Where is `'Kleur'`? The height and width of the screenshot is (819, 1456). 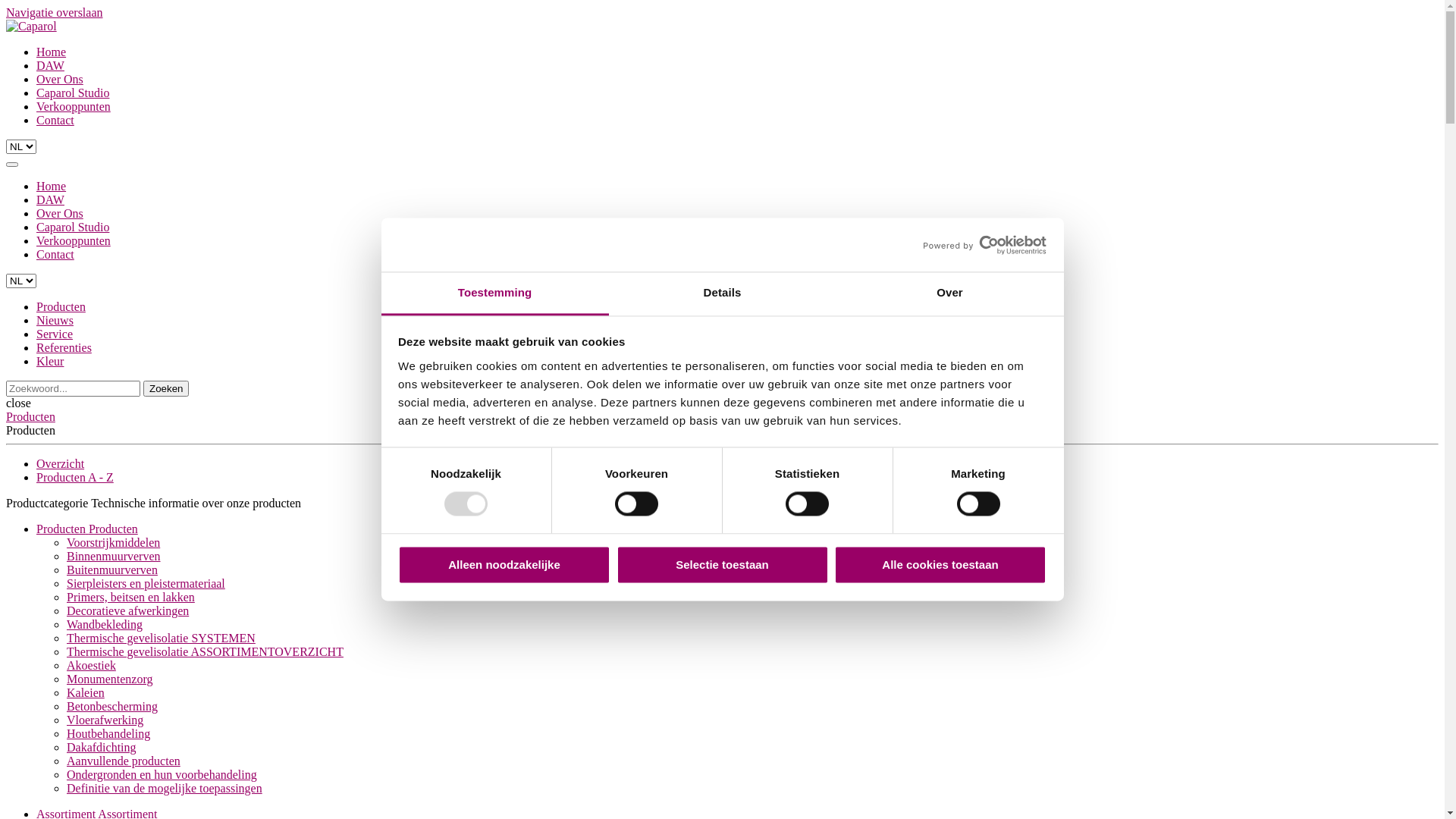
'Kleur' is located at coordinates (50, 361).